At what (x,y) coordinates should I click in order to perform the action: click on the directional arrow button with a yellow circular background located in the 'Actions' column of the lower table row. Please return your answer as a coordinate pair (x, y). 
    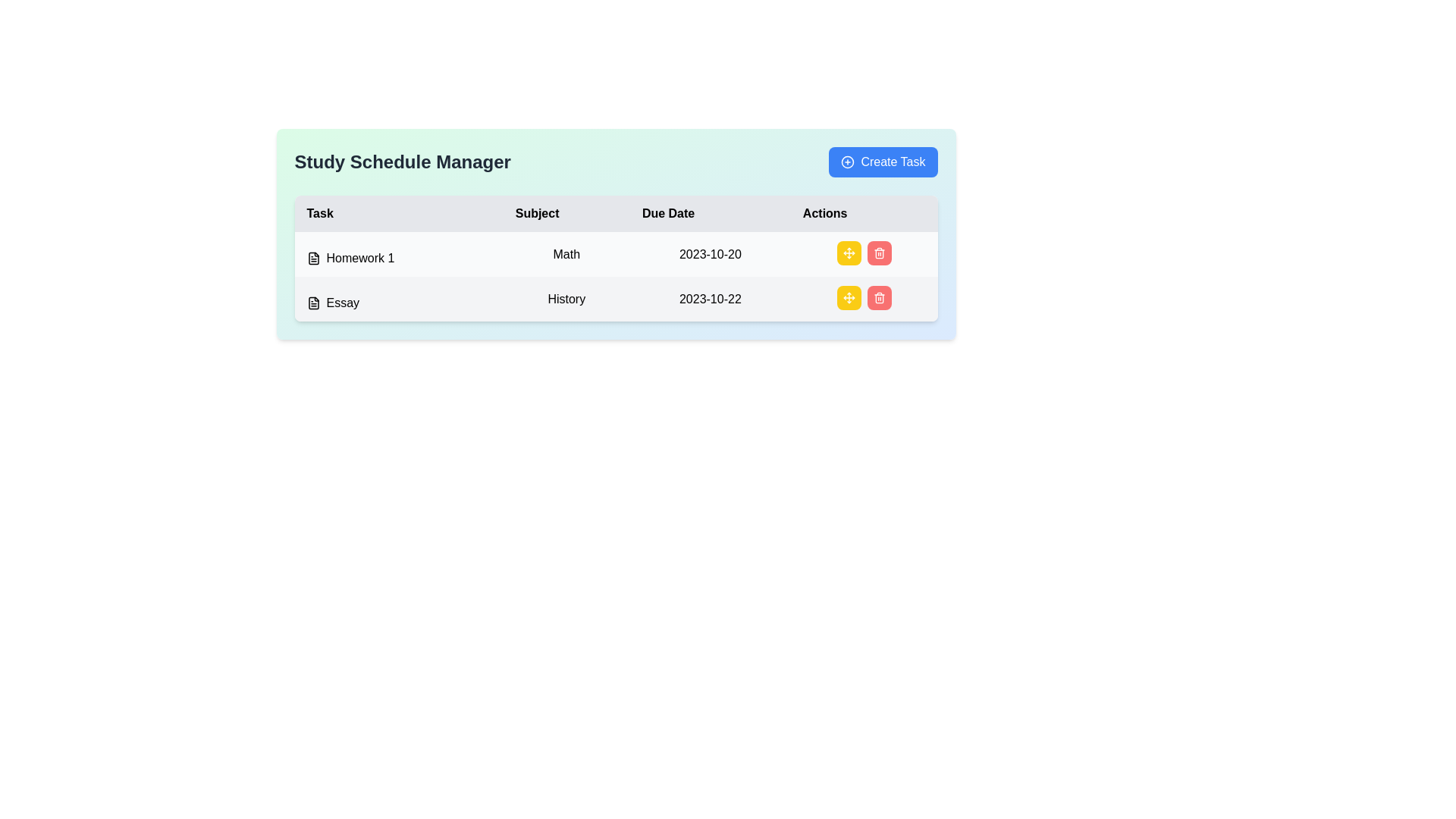
    Looking at the image, I should click on (848, 253).